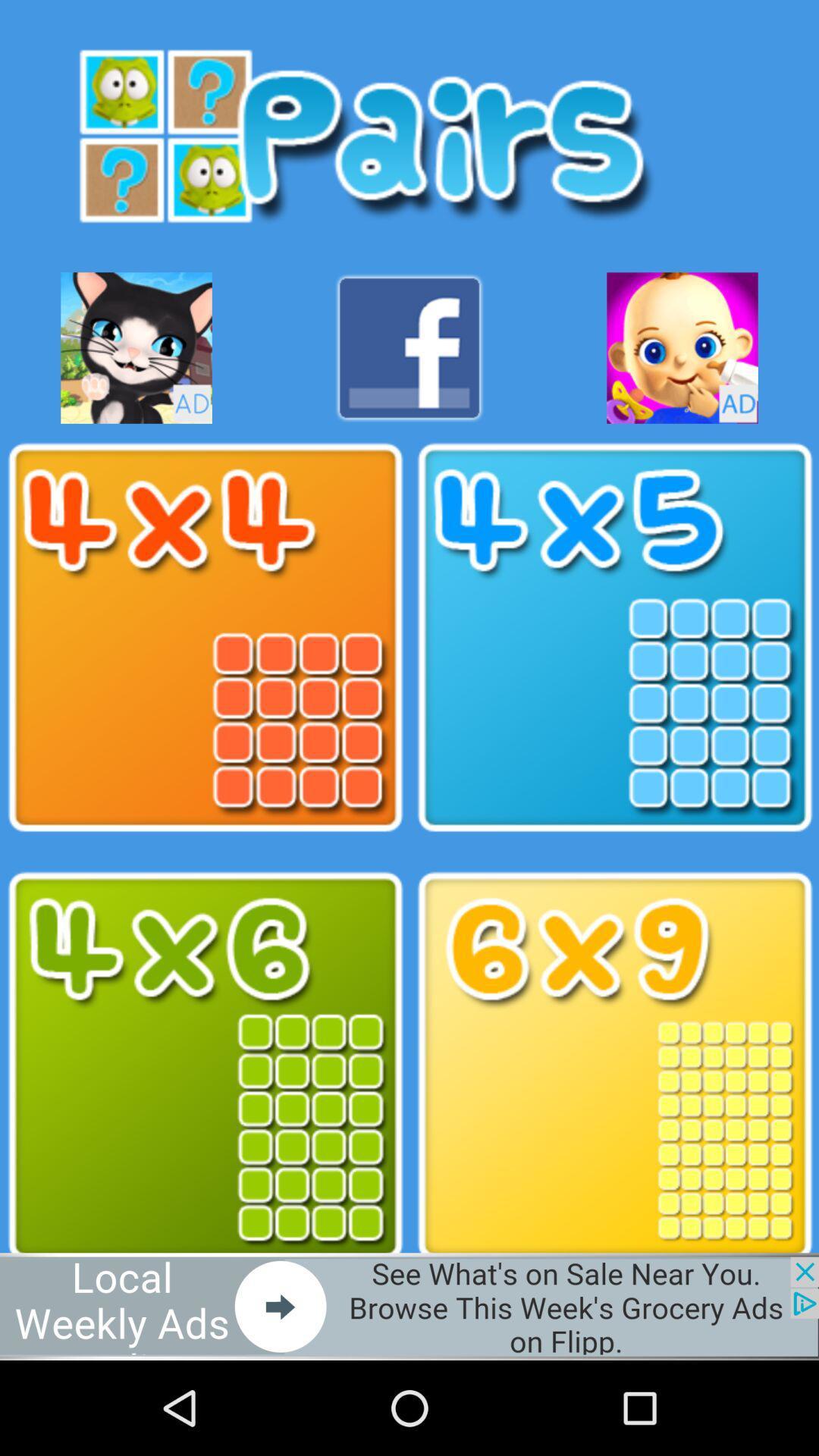 This screenshot has height=1456, width=819. Describe the element at coordinates (409, 1306) in the screenshot. I see `advertisement banner` at that location.